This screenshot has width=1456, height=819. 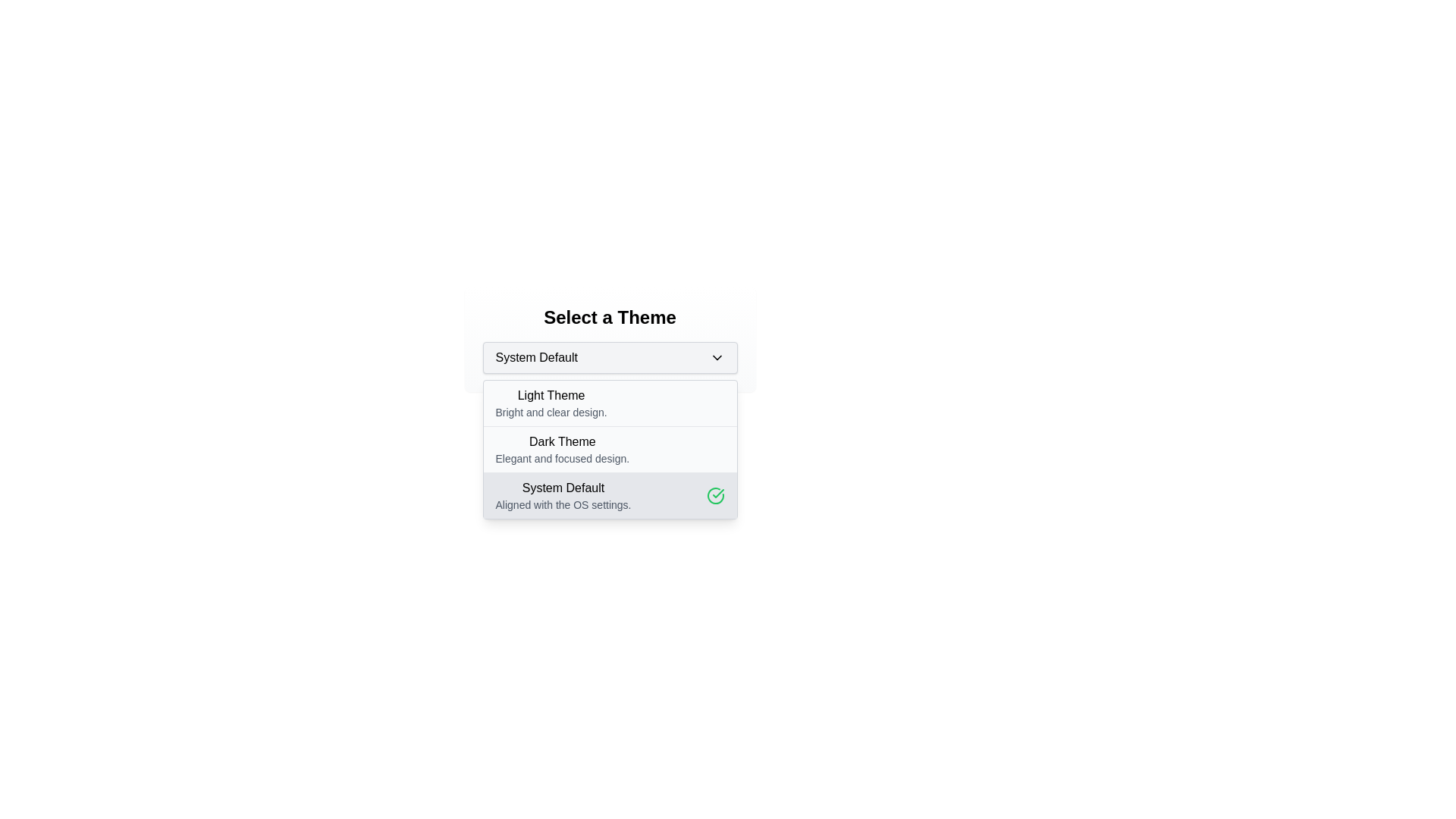 I want to click on the 'Dark Theme' option in the dropdown menu positioned below the 'Select a Theme' header, so click(x=610, y=449).